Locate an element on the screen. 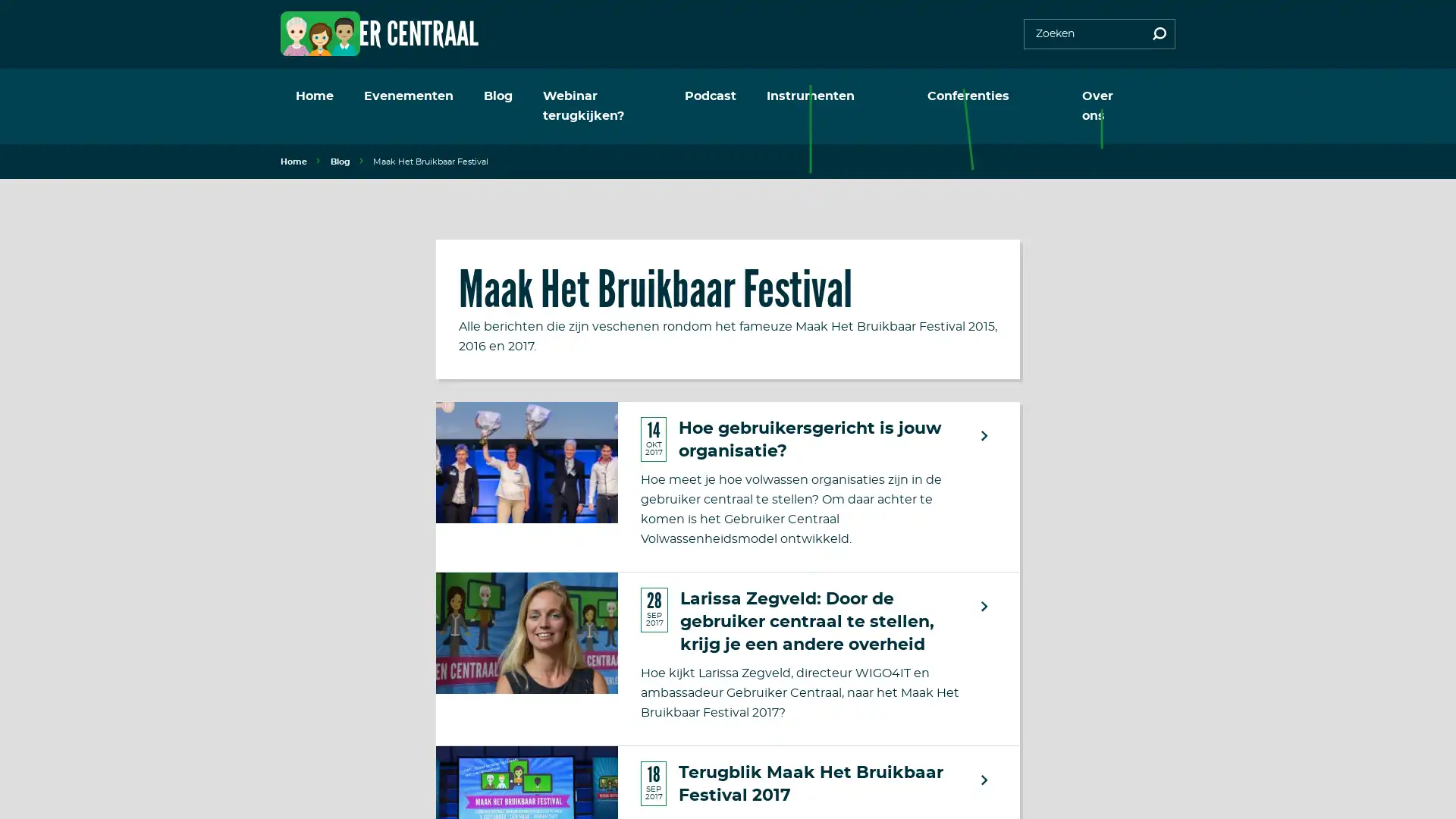 The image size is (1456, 819). Toon submenu voor Conferenties is located at coordinates (1037, 96).